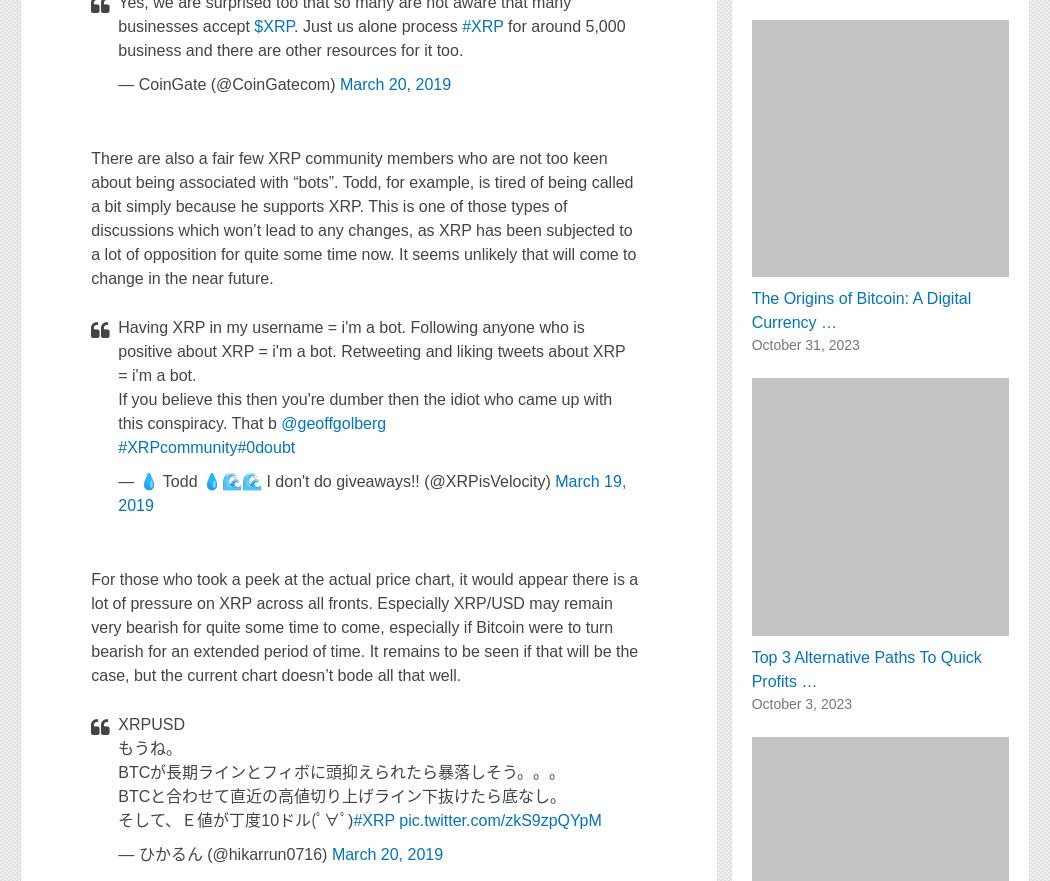 The height and width of the screenshot is (881, 1050). Describe the element at coordinates (363, 626) in the screenshot. I see `'For those who took a peek at the actual price chart, it would appear there is a lot of pressure on XRP across all fronts. Especially XRP/USD may remain very bearish for quite some time to come, especially if Bitcoin were to turn bearish for an extended period of time. It remains to be seen if that will be the case, but the current chart doesn’t bode all that well.'` at that location.